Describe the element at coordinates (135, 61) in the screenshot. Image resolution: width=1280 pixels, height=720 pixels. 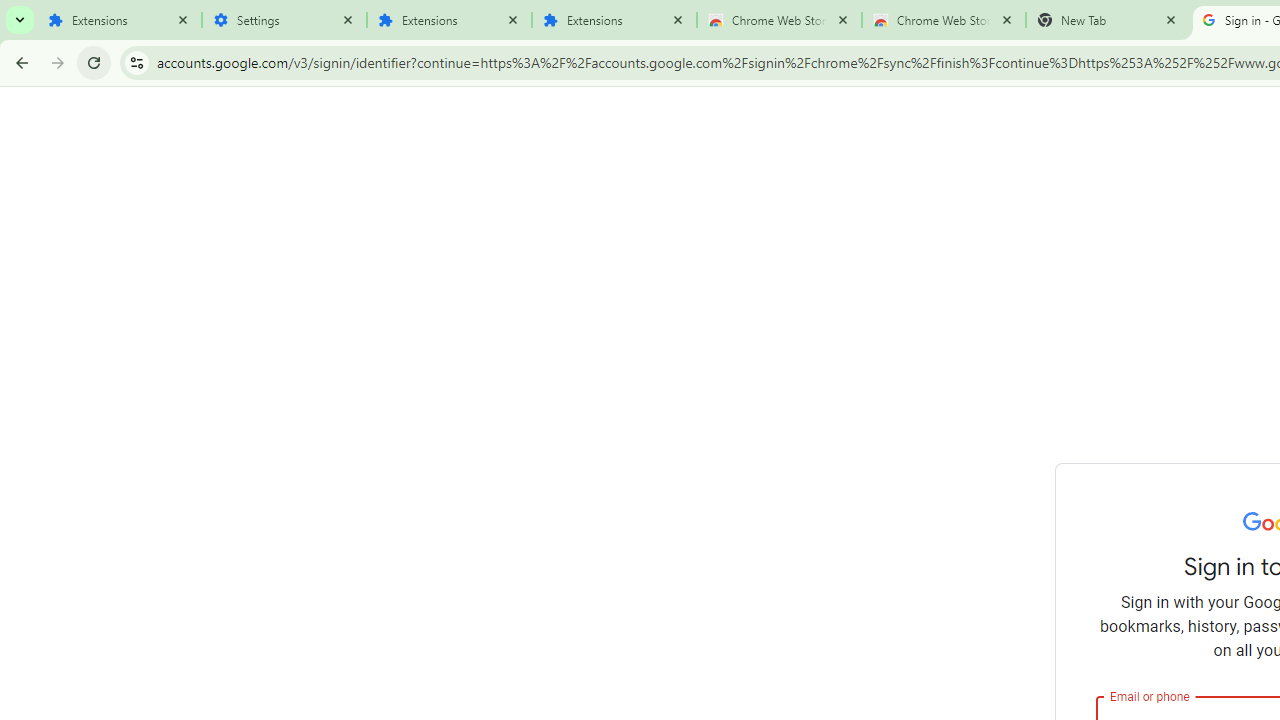
I see `'View site information'` at that location.